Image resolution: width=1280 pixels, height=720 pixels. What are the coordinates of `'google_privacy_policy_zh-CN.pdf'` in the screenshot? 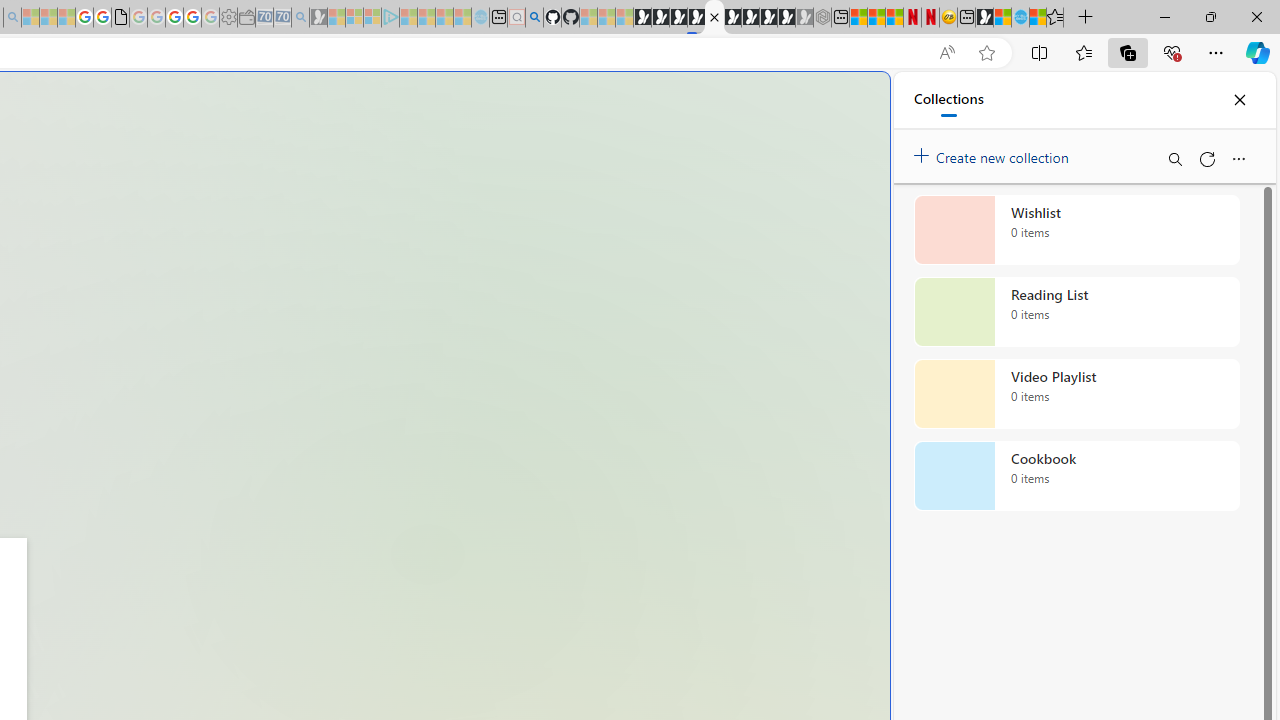 It's located at (119, 17).